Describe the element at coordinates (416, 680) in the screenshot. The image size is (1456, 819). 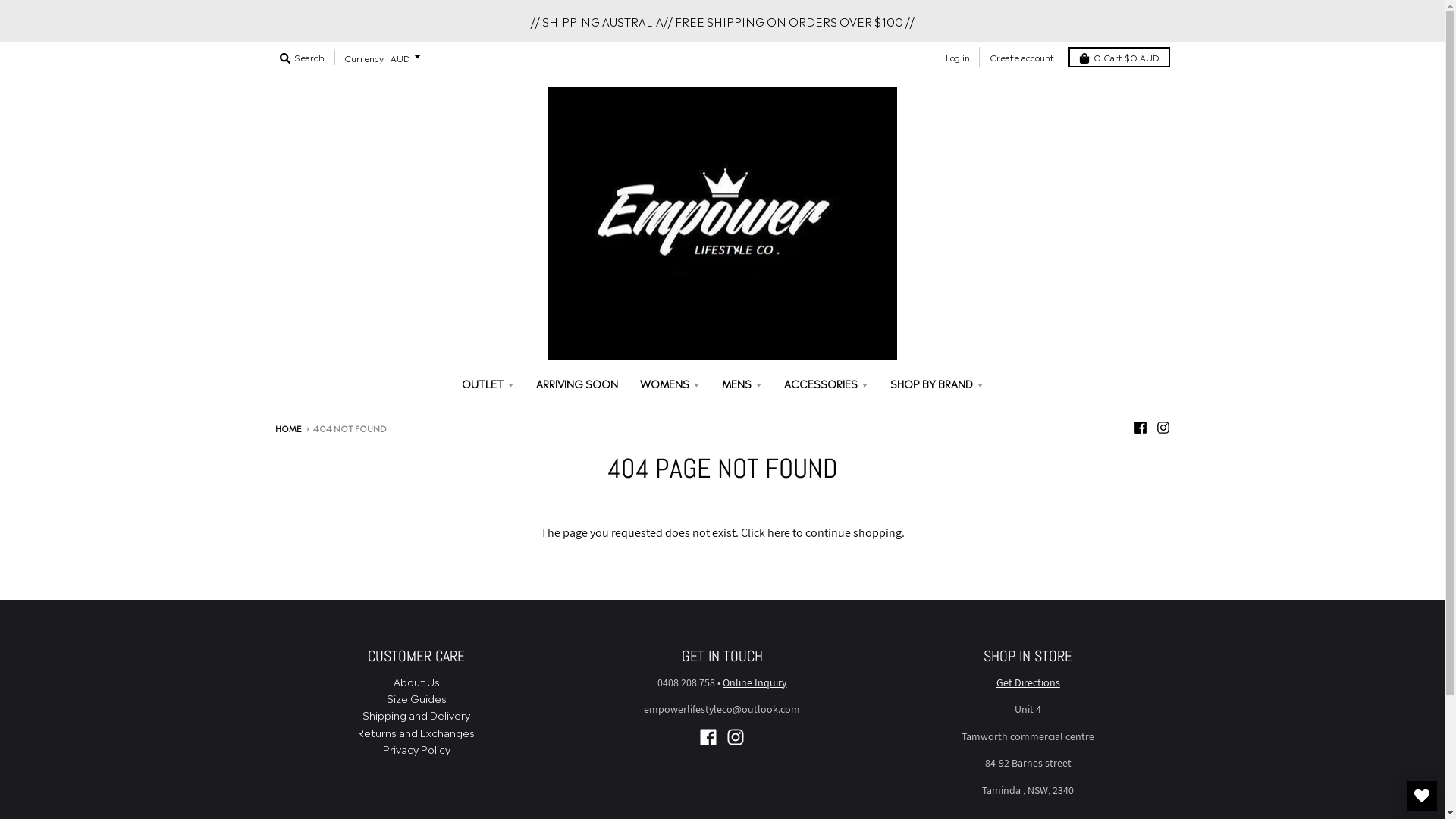
I see `'About Us'` at that location.